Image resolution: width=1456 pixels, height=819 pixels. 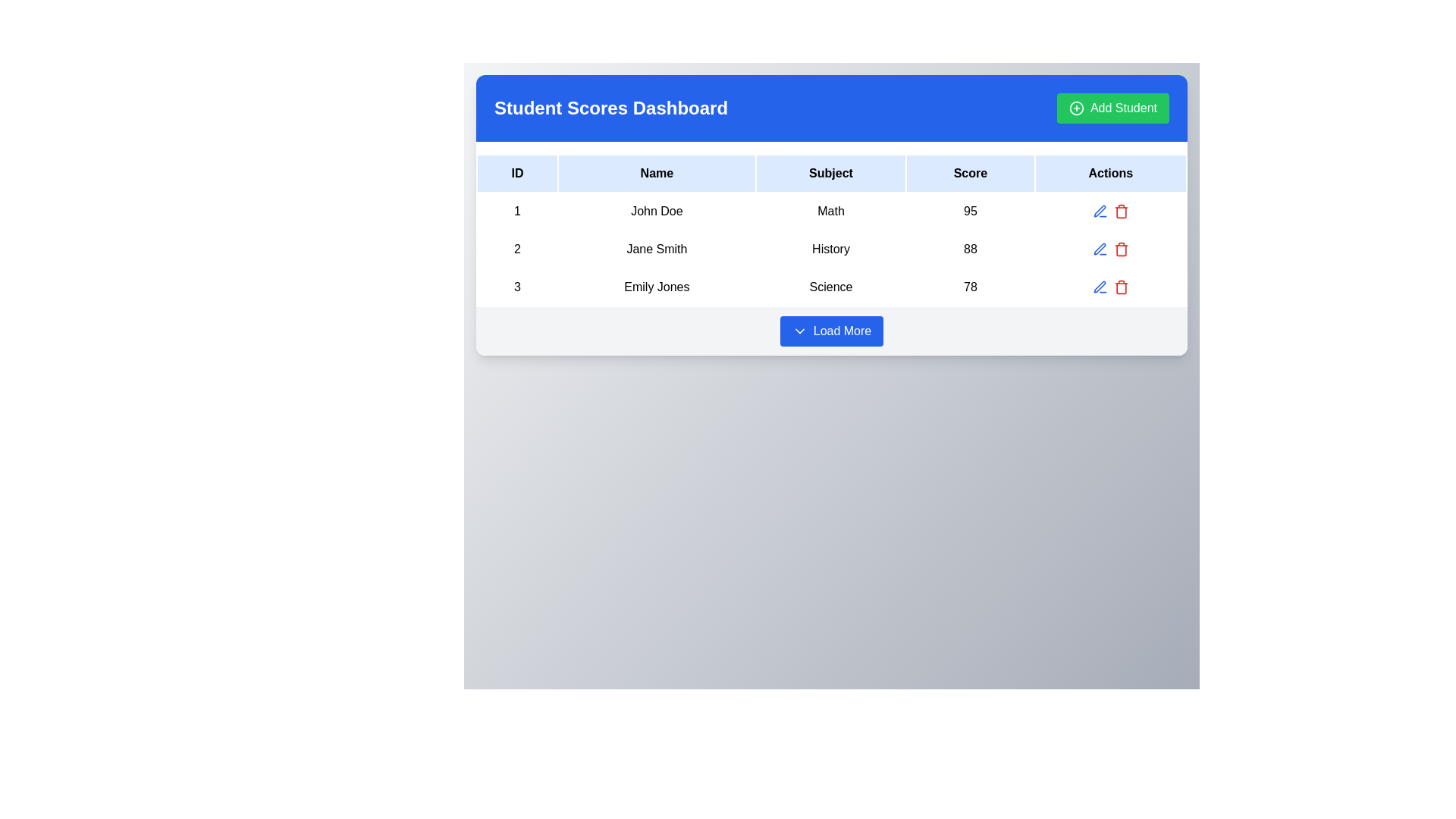 I want to click on the edit button with a pen icon located in the 'Actions' column of the second row of the table, so click(x=1100, y=248).